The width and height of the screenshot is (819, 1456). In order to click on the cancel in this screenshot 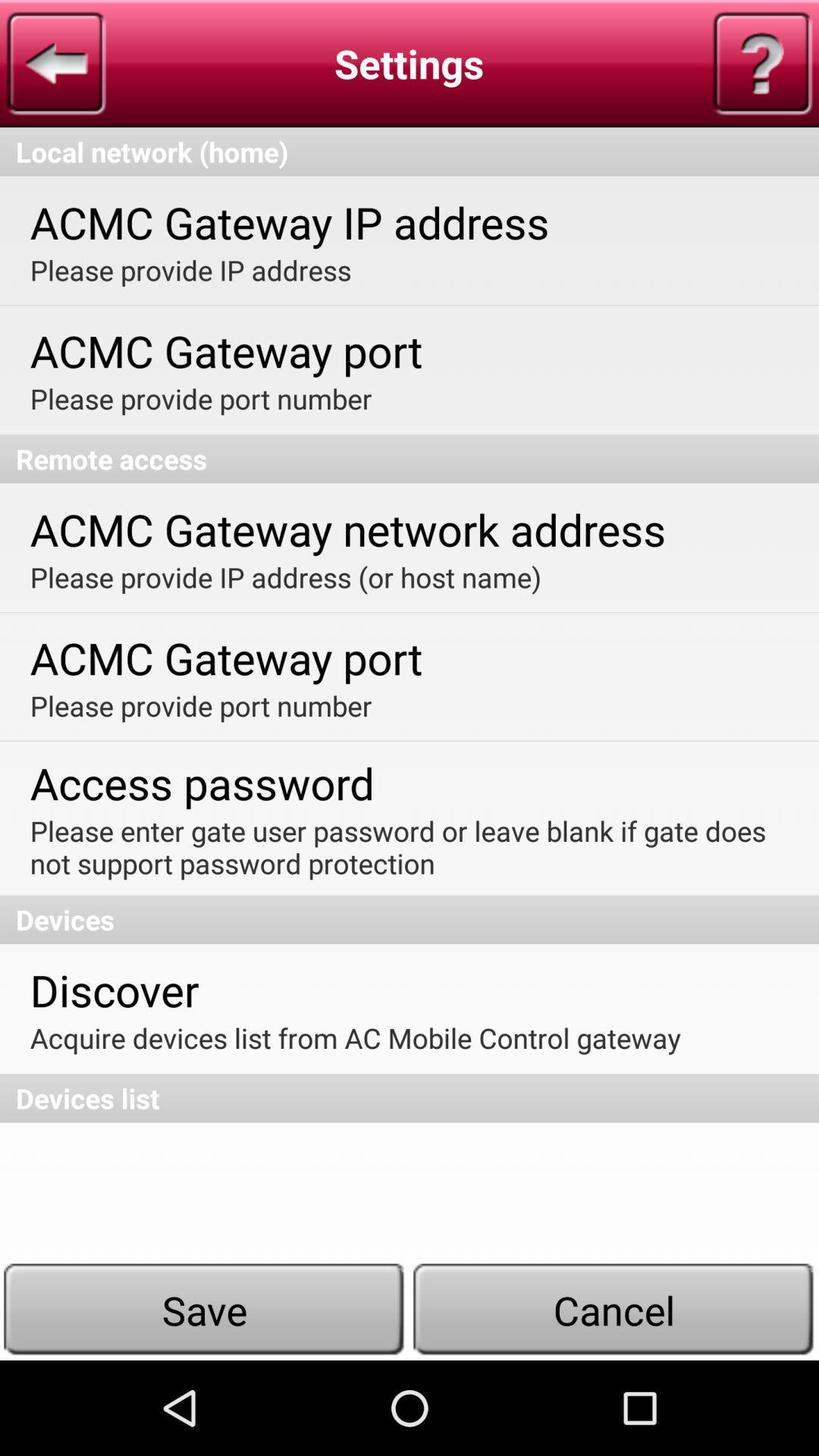, I will do `click(614, 1309)`.